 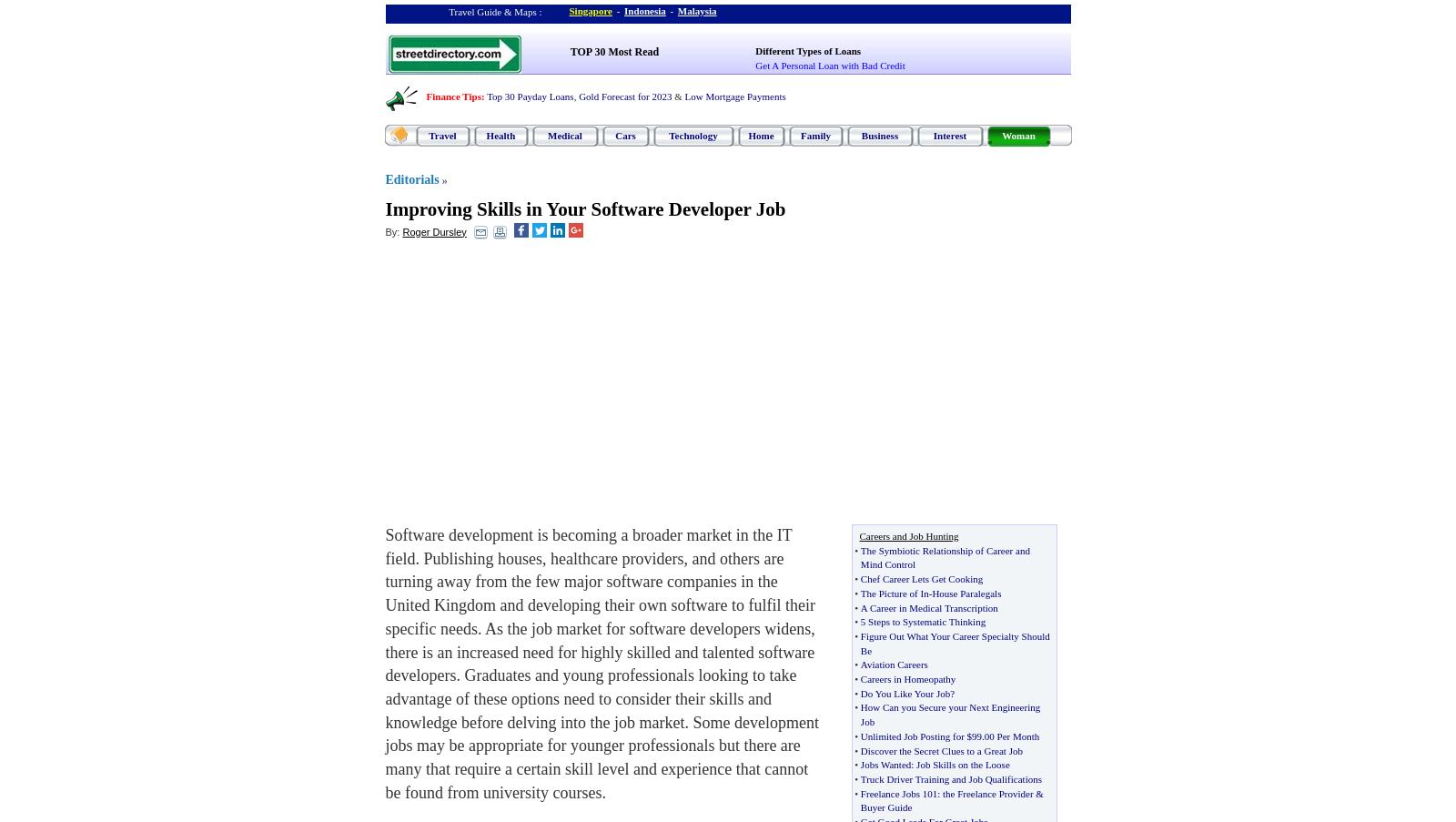 I want to click on 'How Can you Secure your Next Engineering Job', so click(x=950, y=713).